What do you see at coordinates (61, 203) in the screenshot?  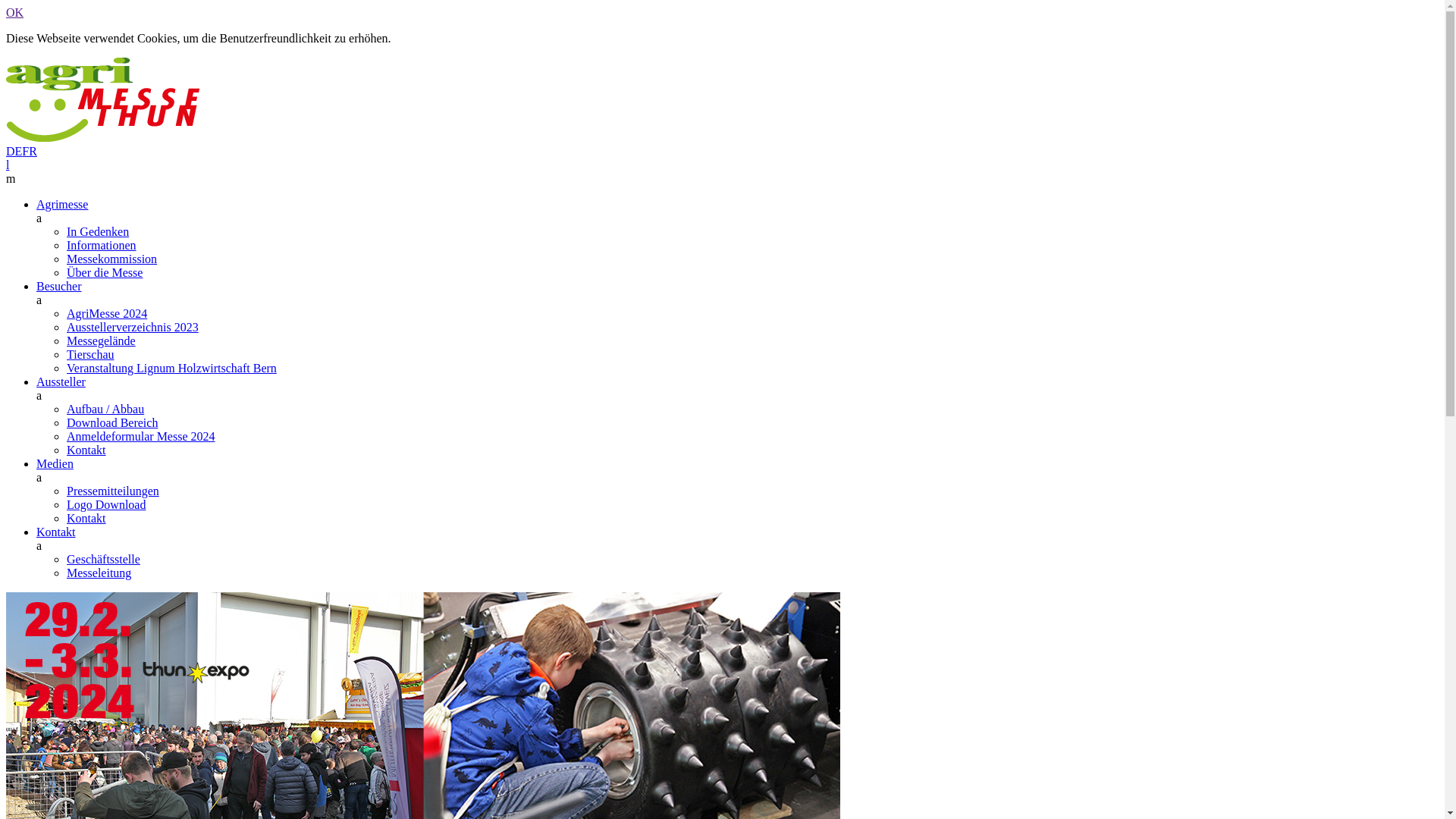 I see `'Agrimesse'` at bounding box center [61, 203].